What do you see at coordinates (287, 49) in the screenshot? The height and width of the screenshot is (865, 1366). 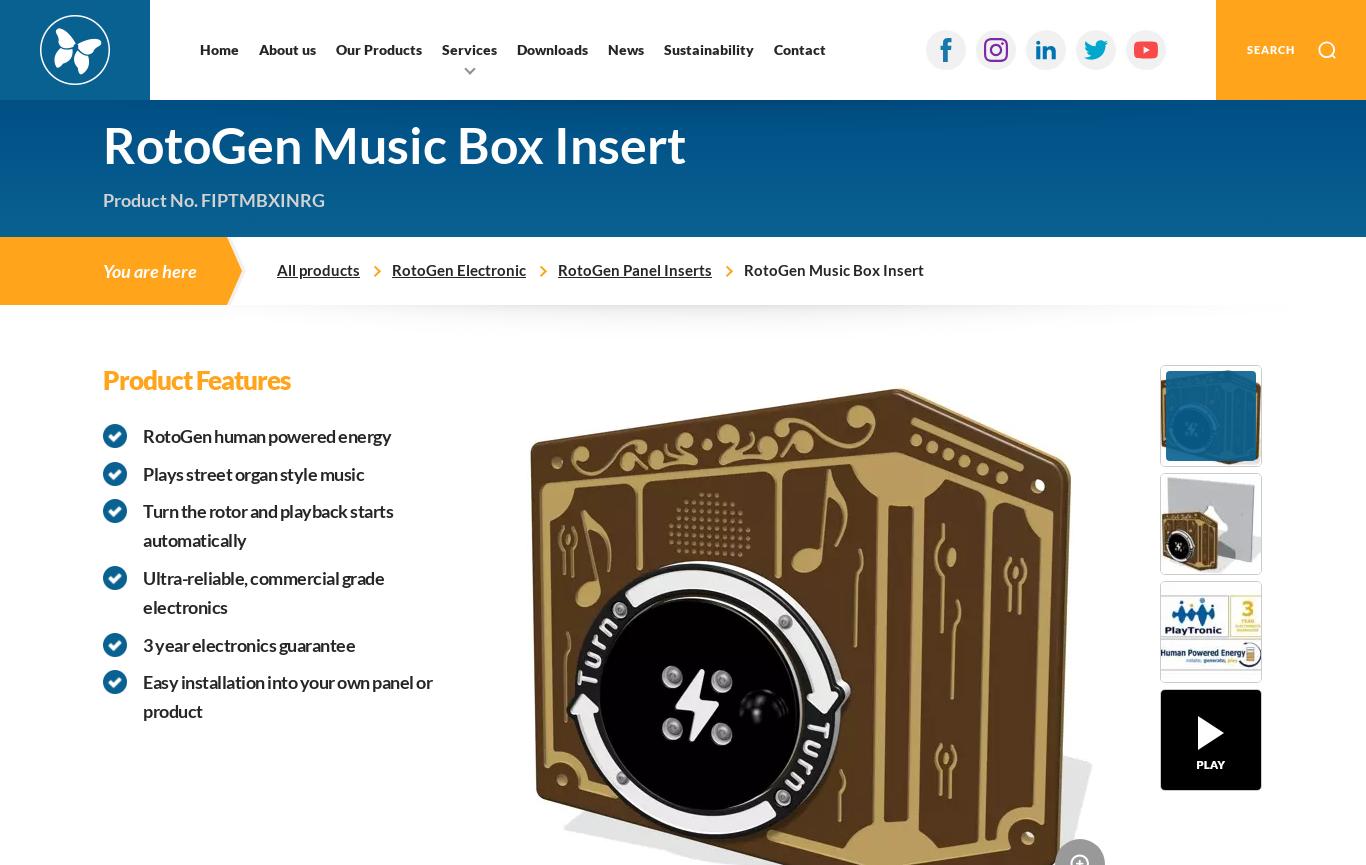 I see `'About us'` at bounding box center [287, 49].